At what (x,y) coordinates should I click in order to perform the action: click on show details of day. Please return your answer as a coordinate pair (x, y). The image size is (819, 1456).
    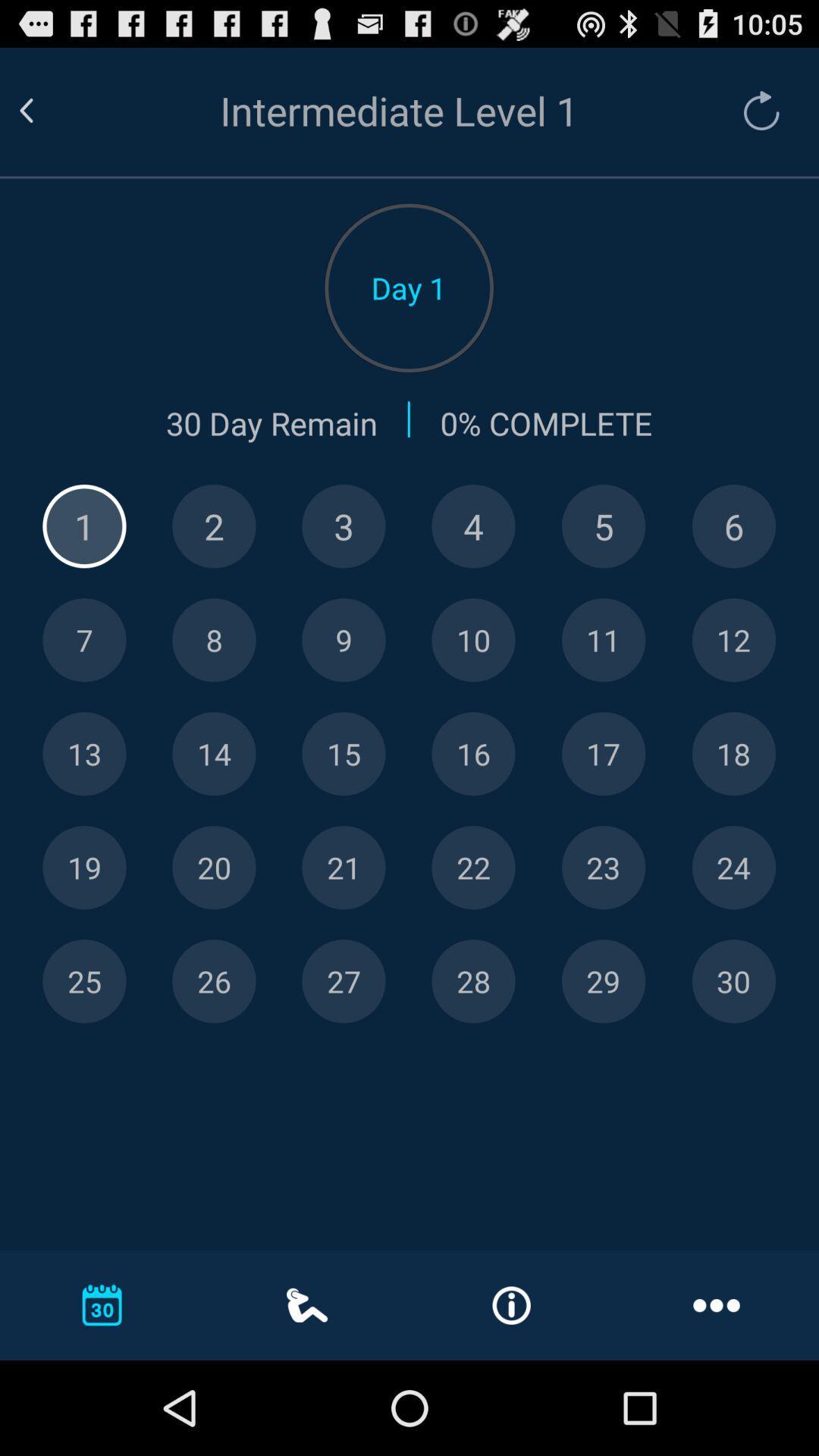
    Looking at the image, I should click on (214, 526).